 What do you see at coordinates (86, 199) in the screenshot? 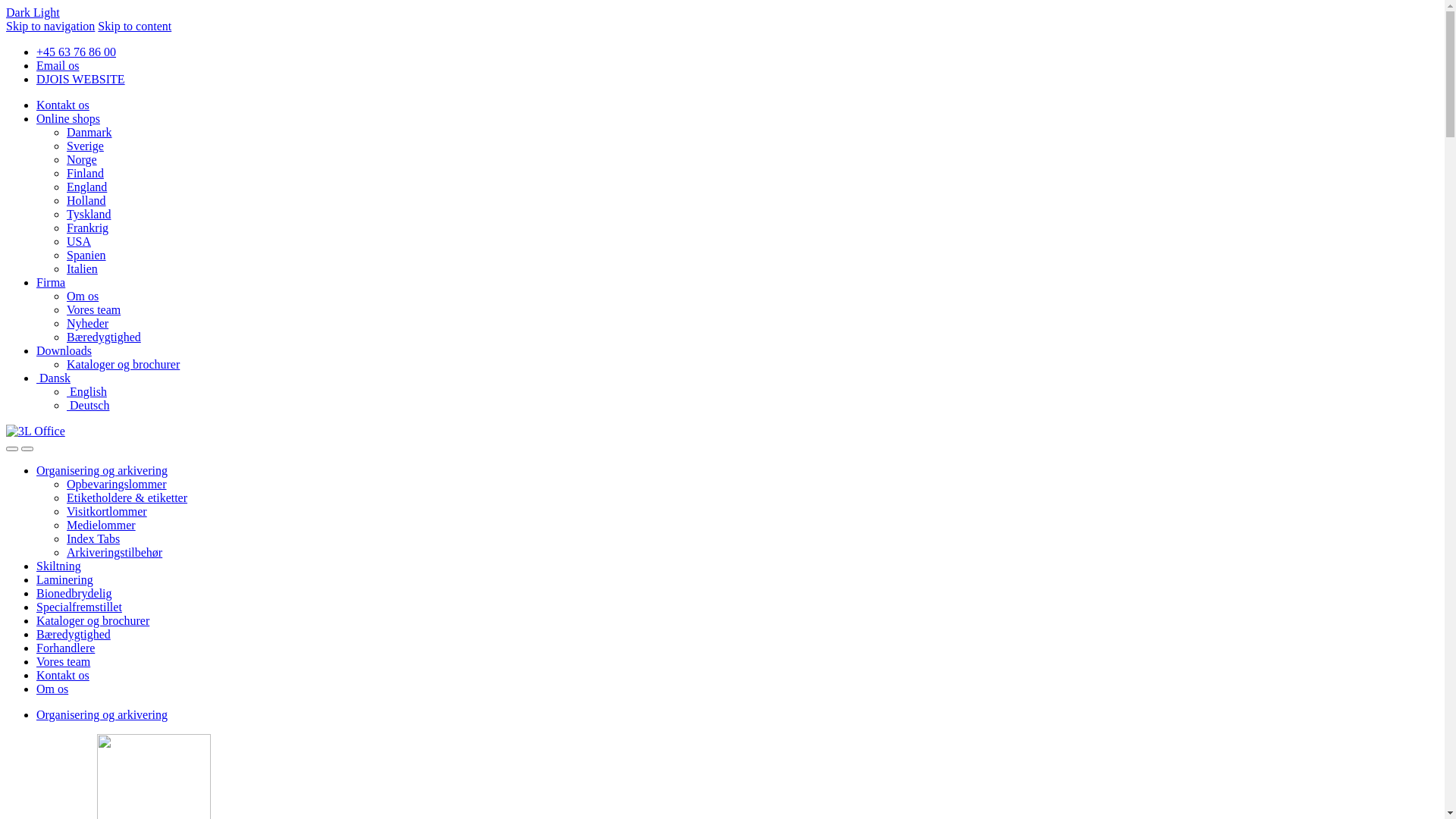
I see `'Holland'` at bounding box center [86, 199].